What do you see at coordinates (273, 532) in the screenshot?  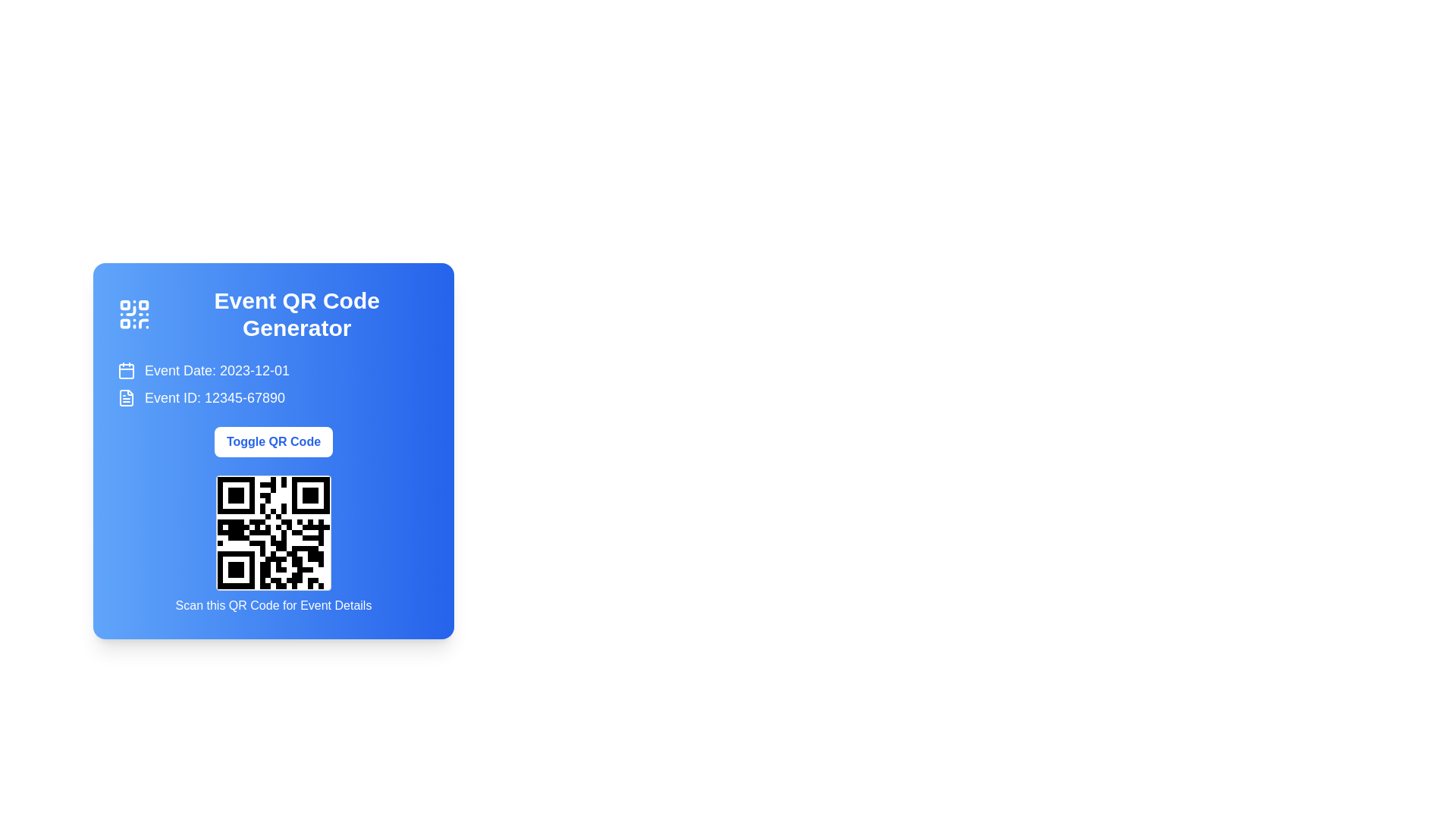 I see `the square QR code image with a gray border and rounded corners, which is centered above the caption 'Scan this QR Code for Event Details' in a blue card layout` at bounding box center [273, 532].